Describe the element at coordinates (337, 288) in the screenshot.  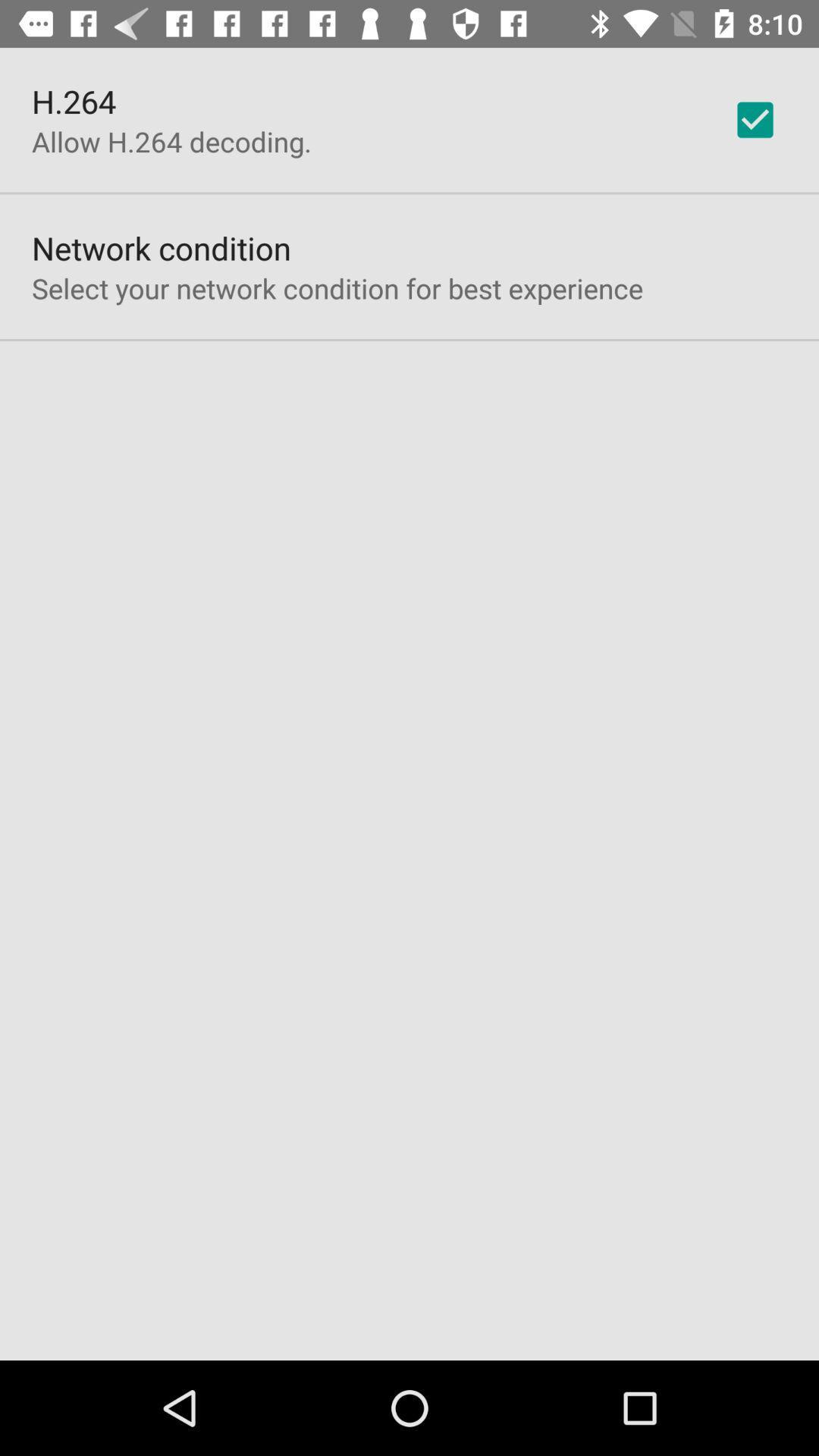
I see `select your network app` at that location.